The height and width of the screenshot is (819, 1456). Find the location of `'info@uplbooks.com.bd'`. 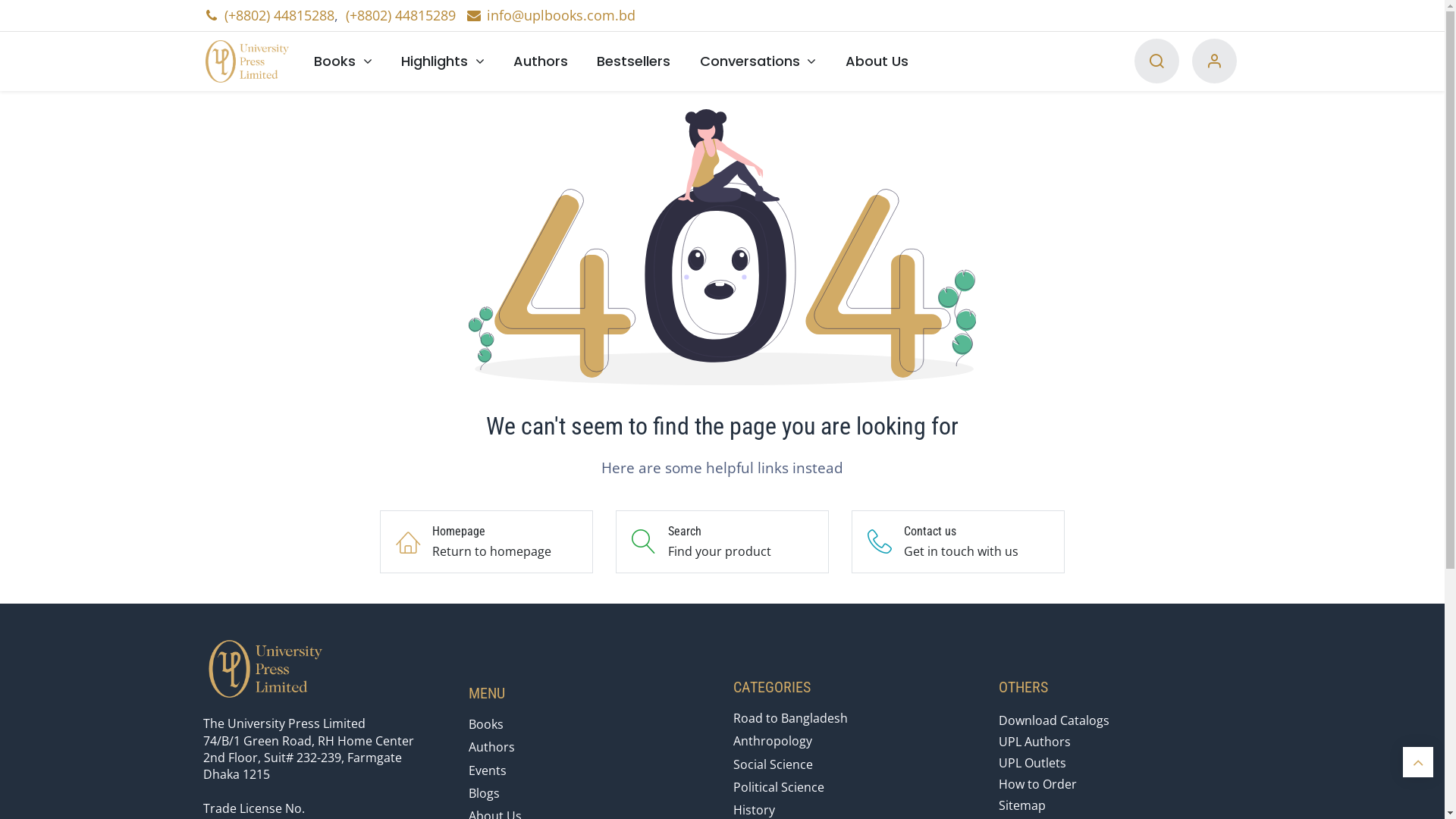

'info@uplbooks.com.bd' is located at coordinates (465, 14).